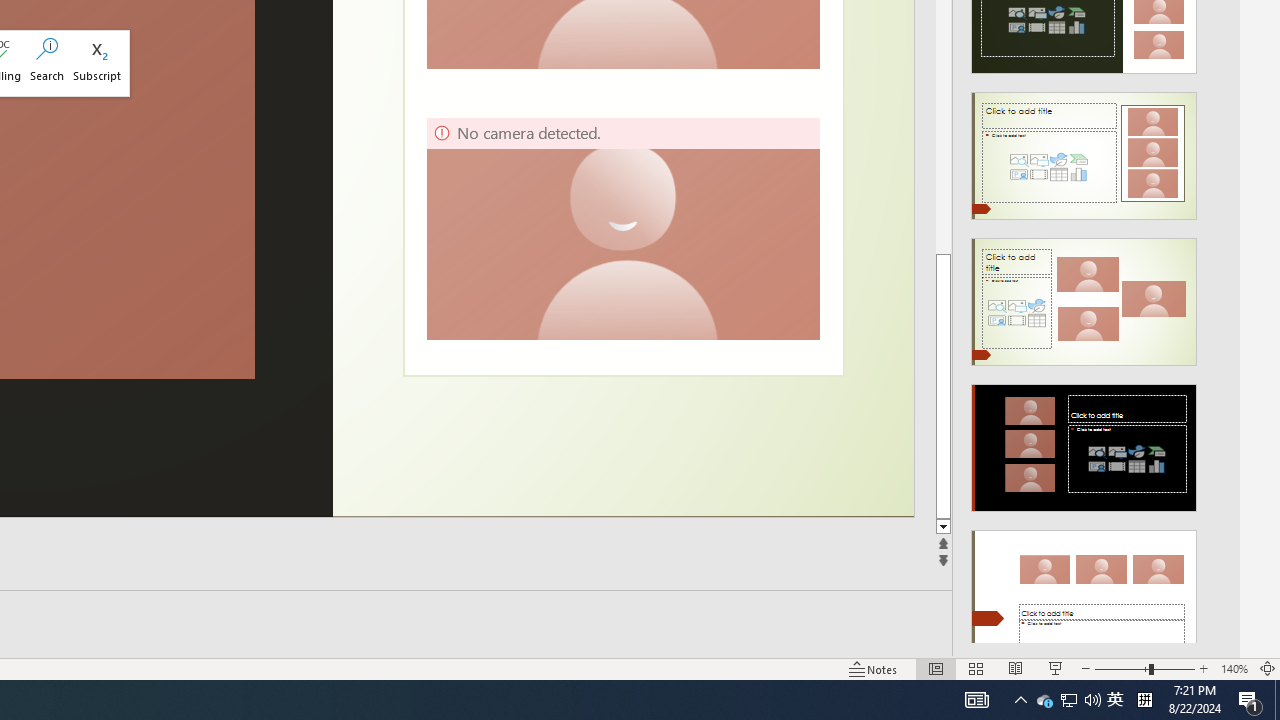 The width and height of the screenshot is (1280, 720). I want to click on 'Camera 4, No camera detected.', so click(622, 227).